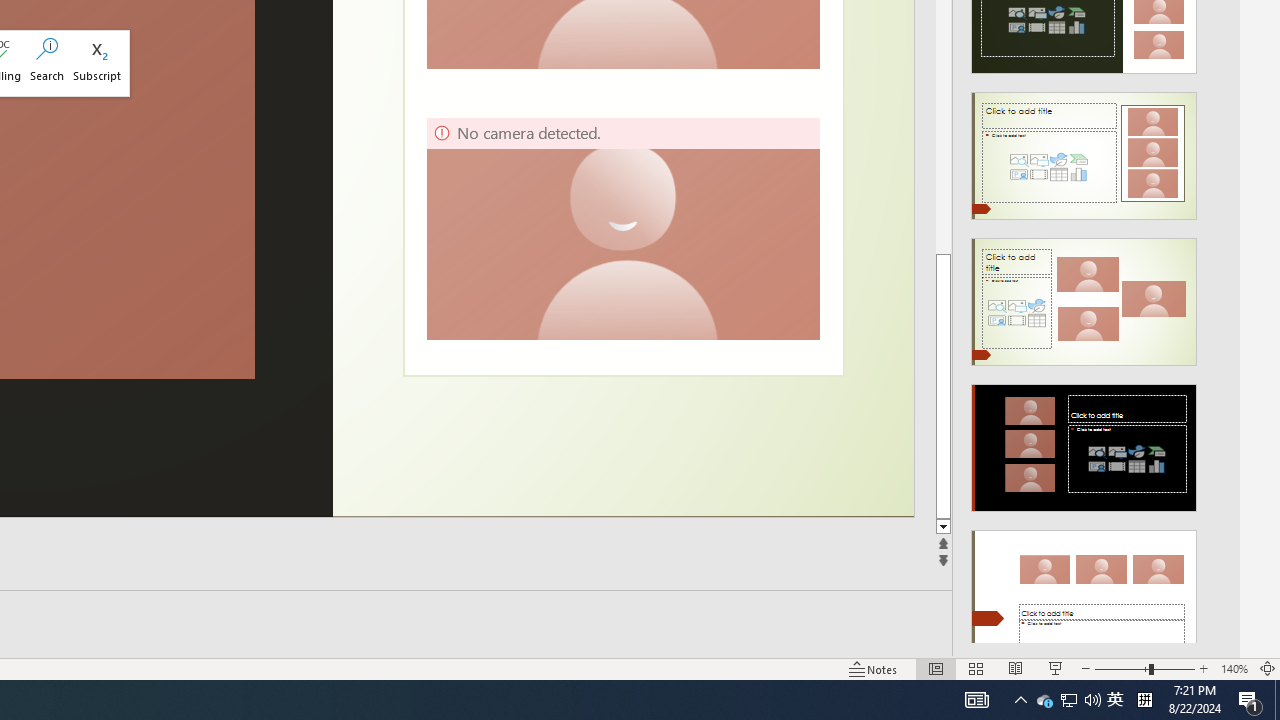 The width and height of the screenshot is (1280, 720). I want to click on 'Camera 4, No camera detected.', so click(622, 227).